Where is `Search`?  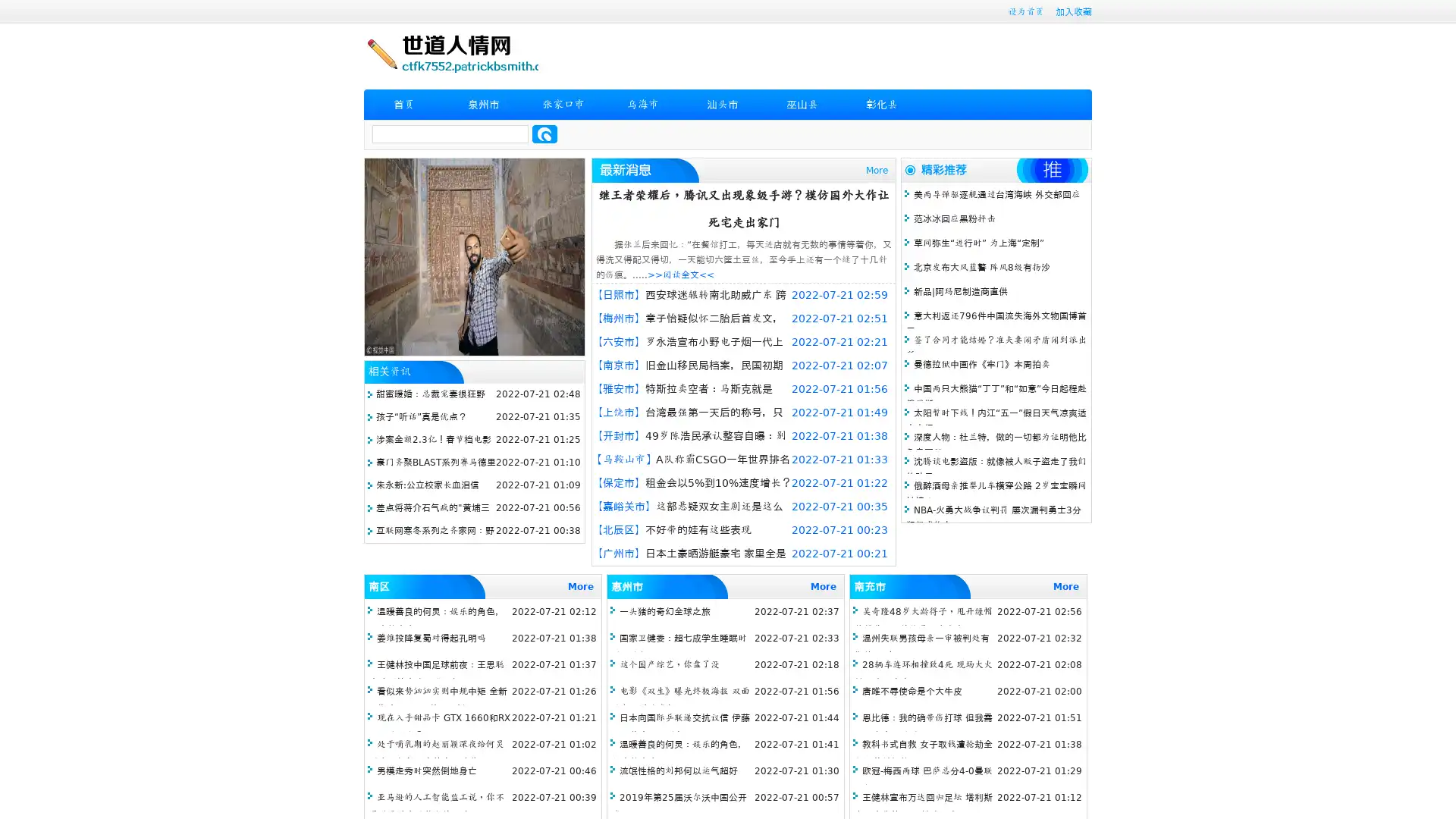
Search is located at coordinates (544, 133).